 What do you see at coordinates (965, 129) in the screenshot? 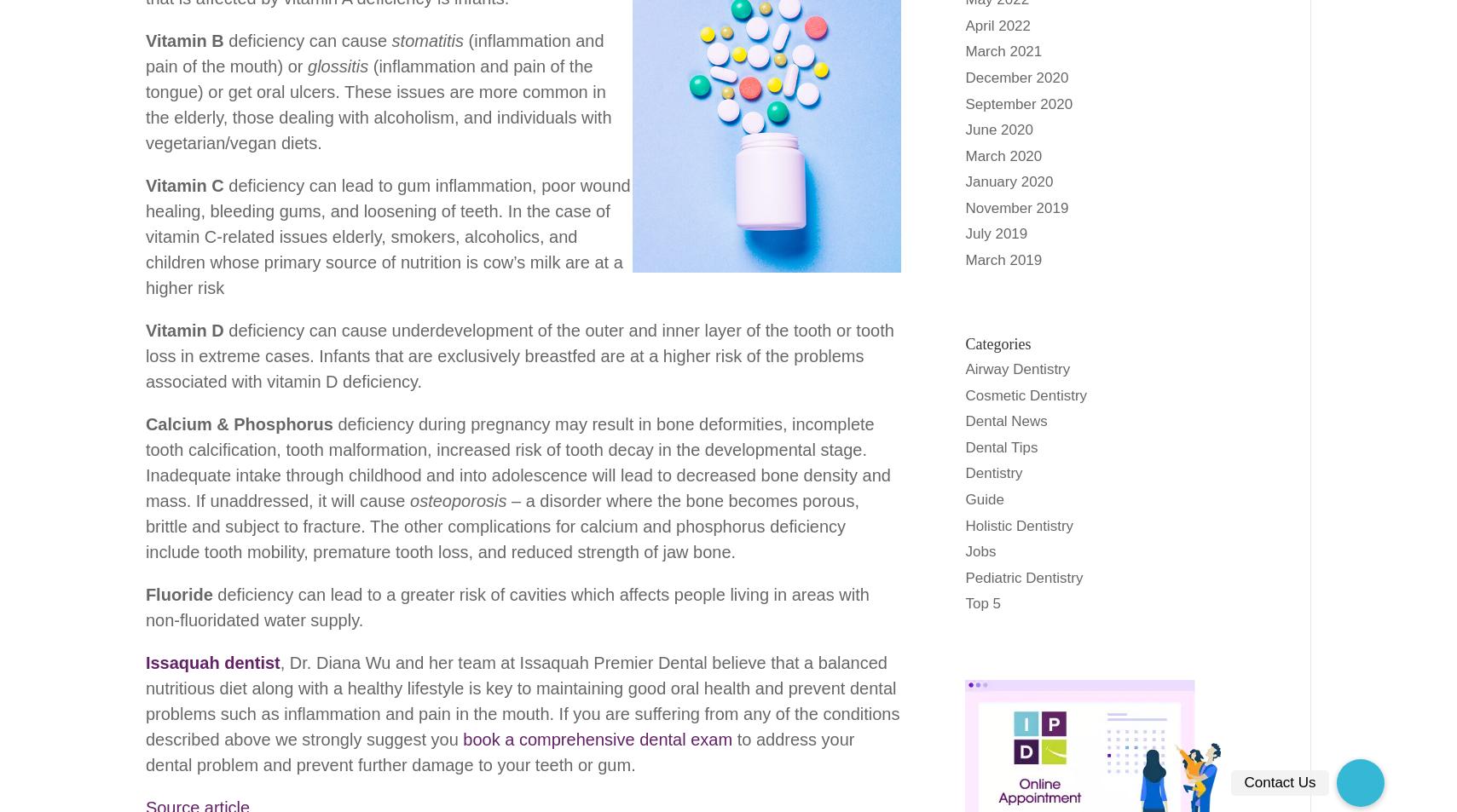
I see `'June 2020'` at bounding box center [965, 129].